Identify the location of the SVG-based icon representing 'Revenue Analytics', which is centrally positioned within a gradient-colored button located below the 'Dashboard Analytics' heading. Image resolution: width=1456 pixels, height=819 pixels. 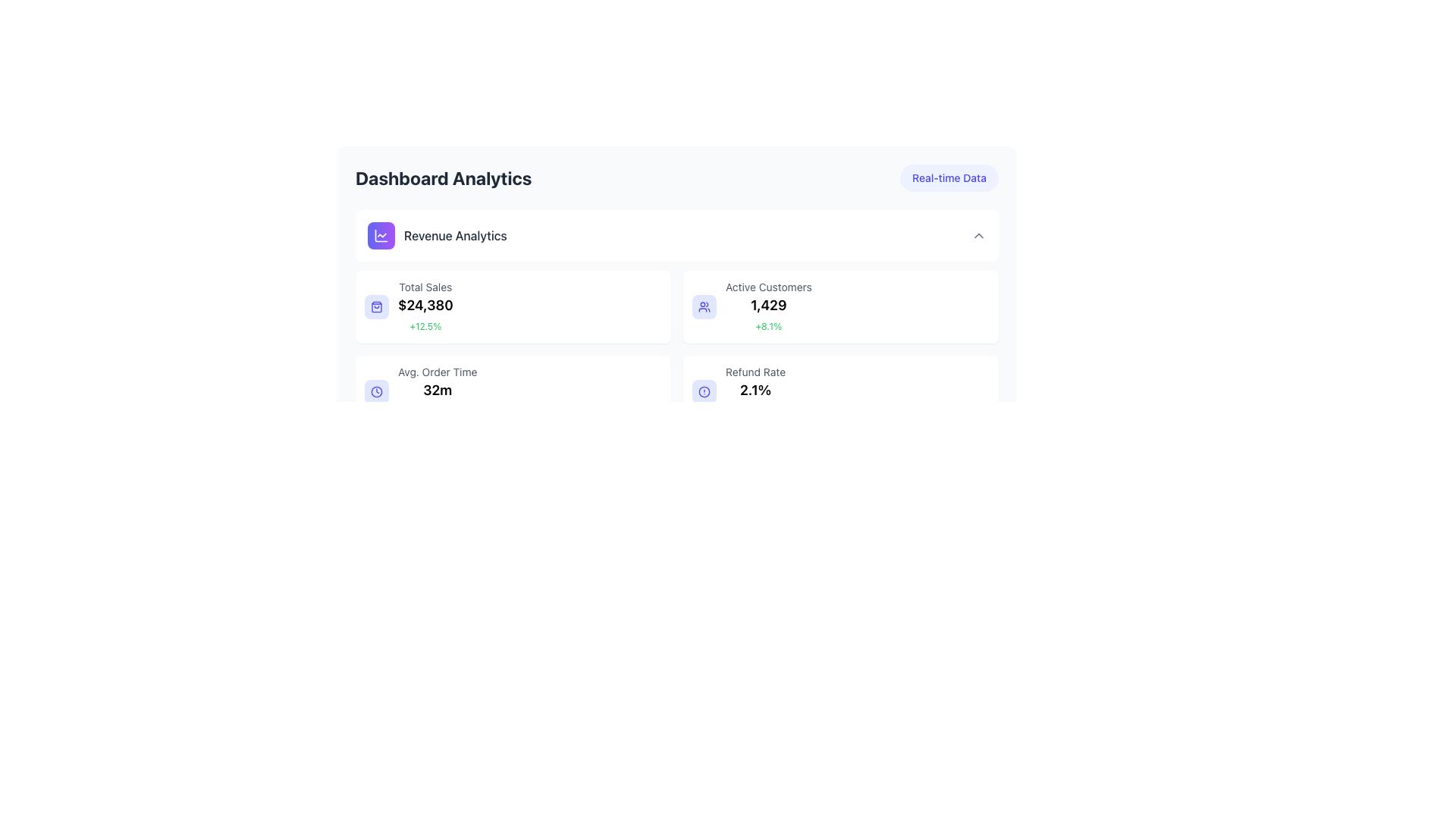
(381, 236).